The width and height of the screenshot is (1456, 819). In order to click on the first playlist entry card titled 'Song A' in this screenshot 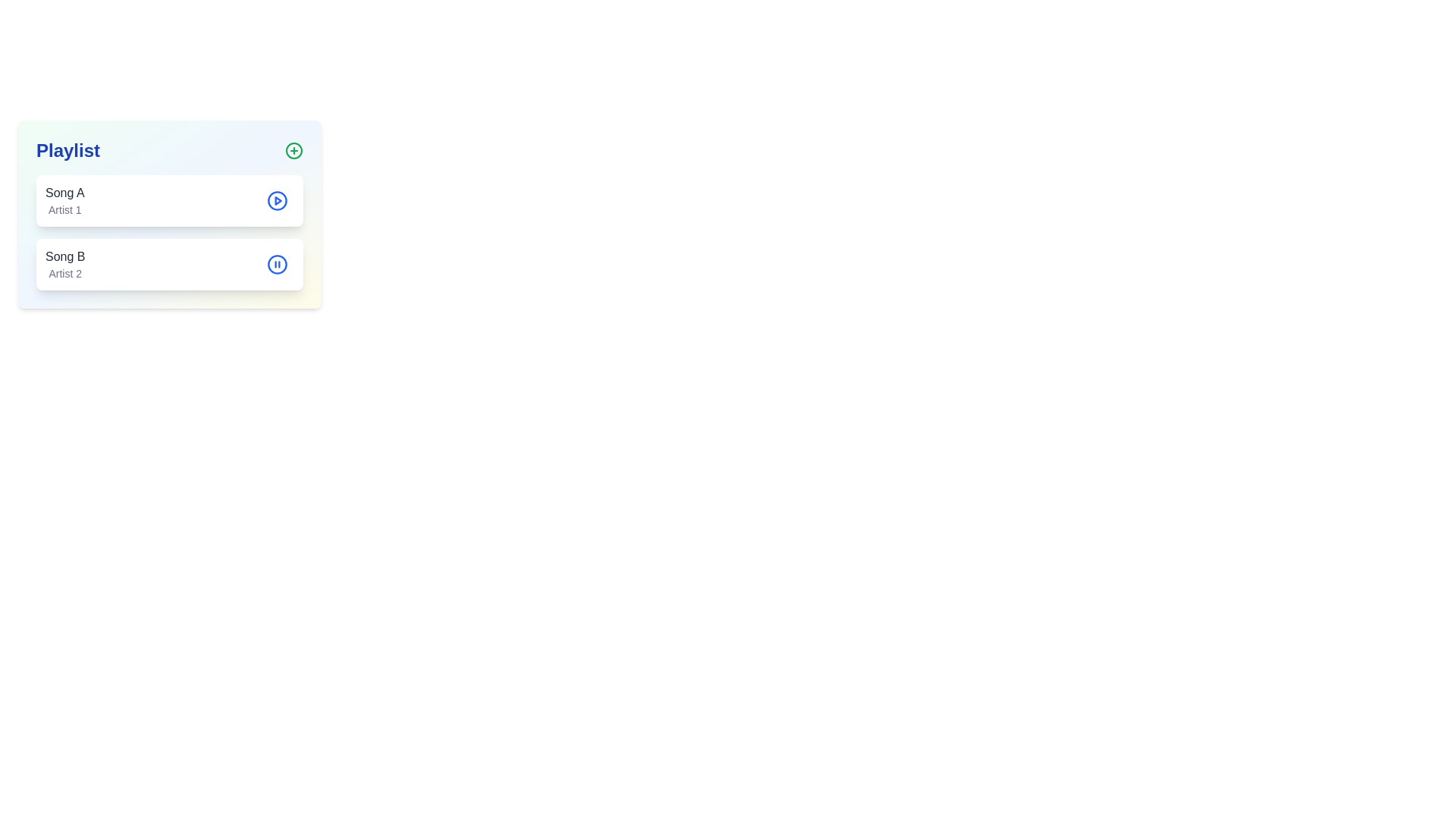, I will do `click(170, 214)`.